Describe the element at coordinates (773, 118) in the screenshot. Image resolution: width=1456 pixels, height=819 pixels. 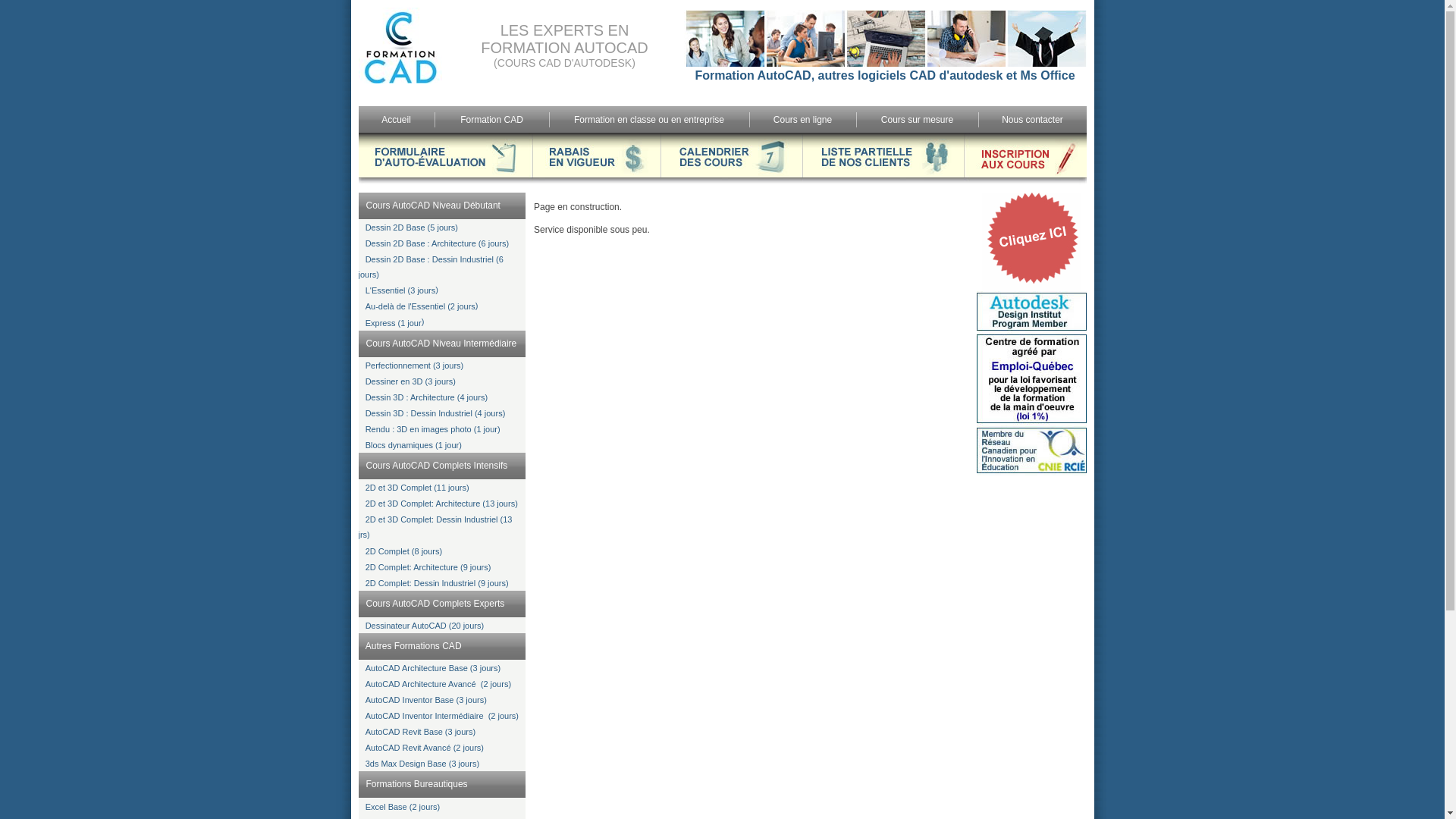
I see `'Cours en ligne'` at that location.